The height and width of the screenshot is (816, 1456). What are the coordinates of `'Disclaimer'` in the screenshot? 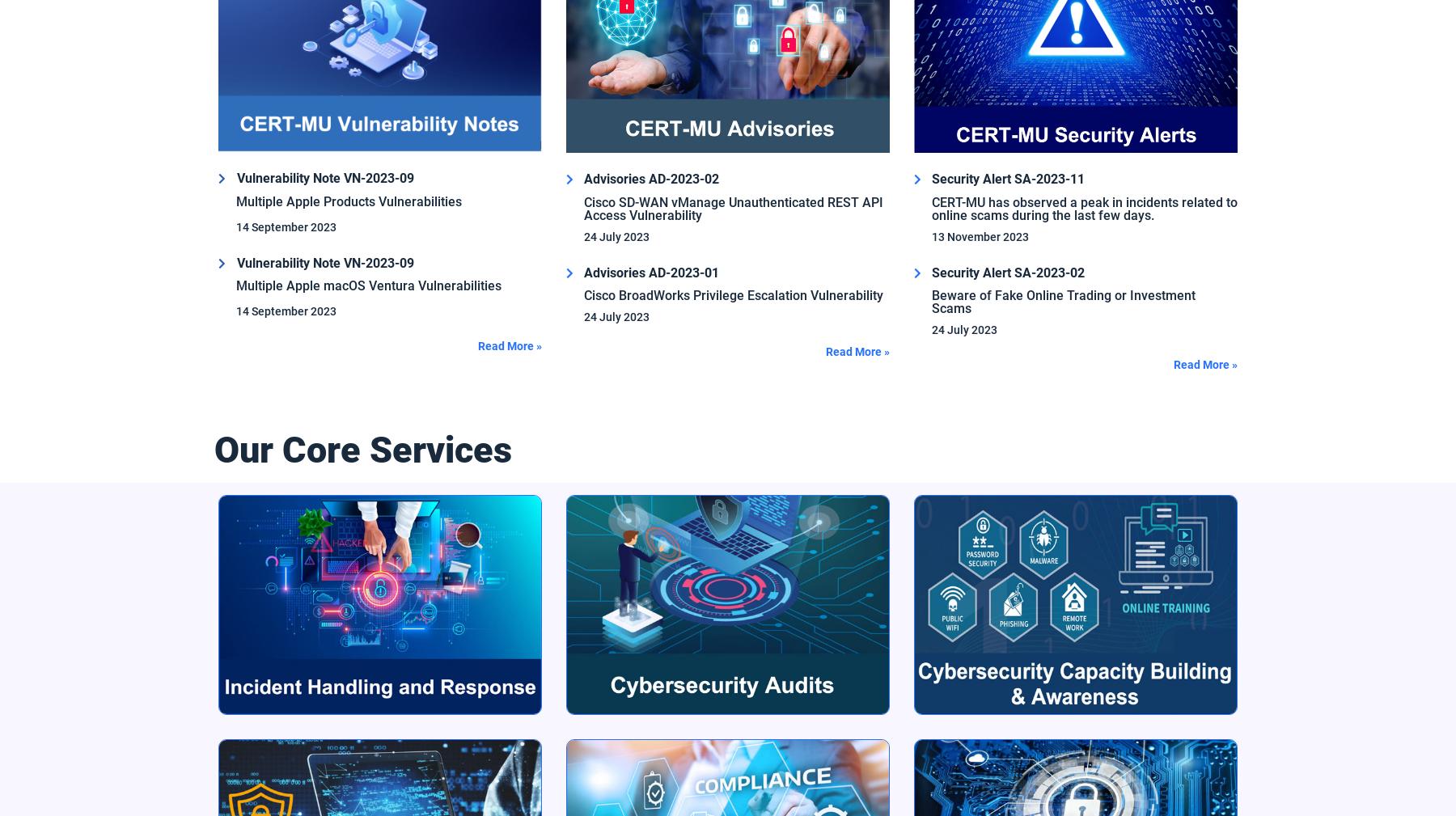 It's located at (378, 704).